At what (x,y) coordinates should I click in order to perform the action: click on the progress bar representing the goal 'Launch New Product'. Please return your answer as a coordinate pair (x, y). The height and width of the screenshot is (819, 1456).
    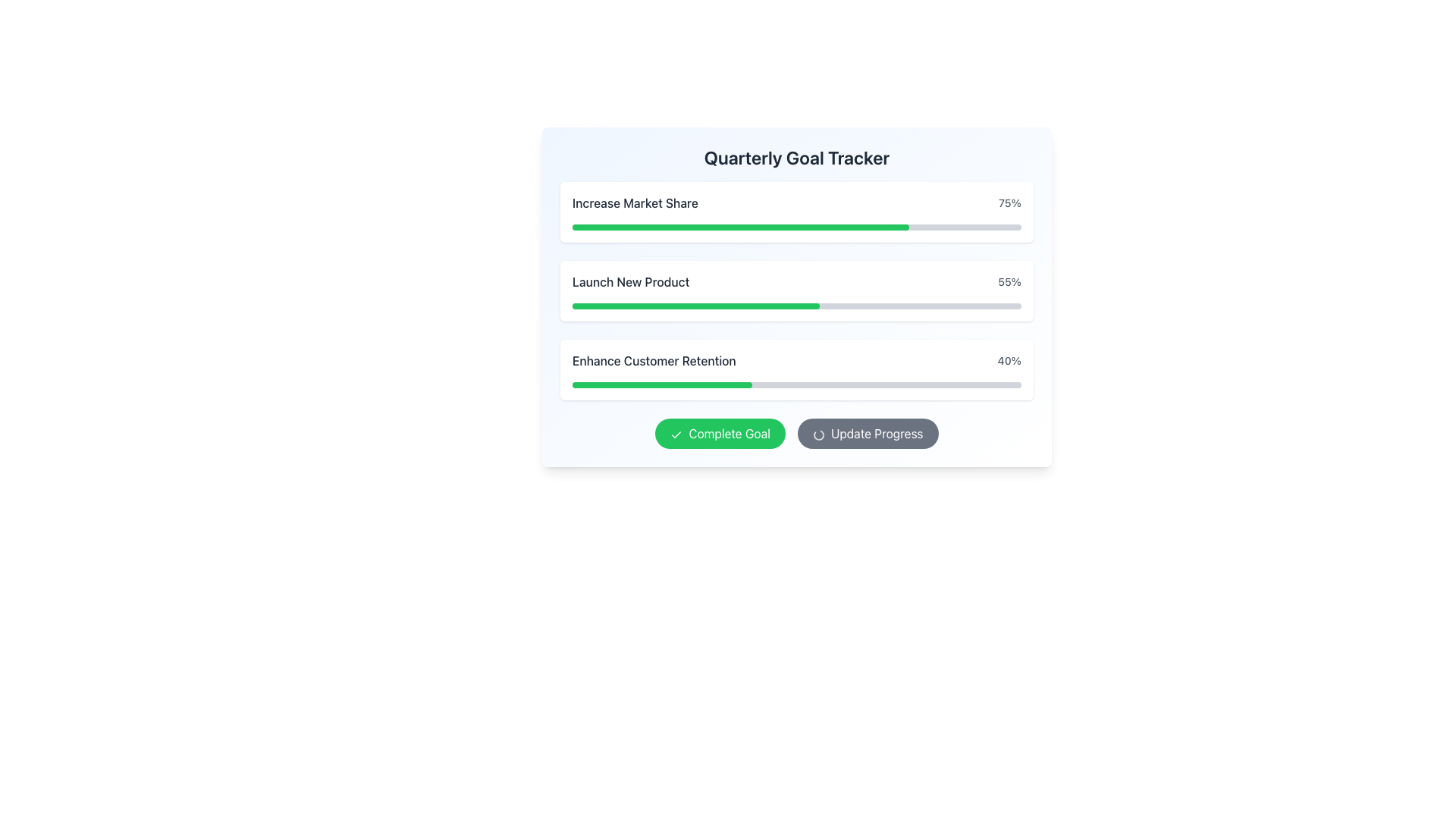
    Looking at the image, I should click on (796, 291).